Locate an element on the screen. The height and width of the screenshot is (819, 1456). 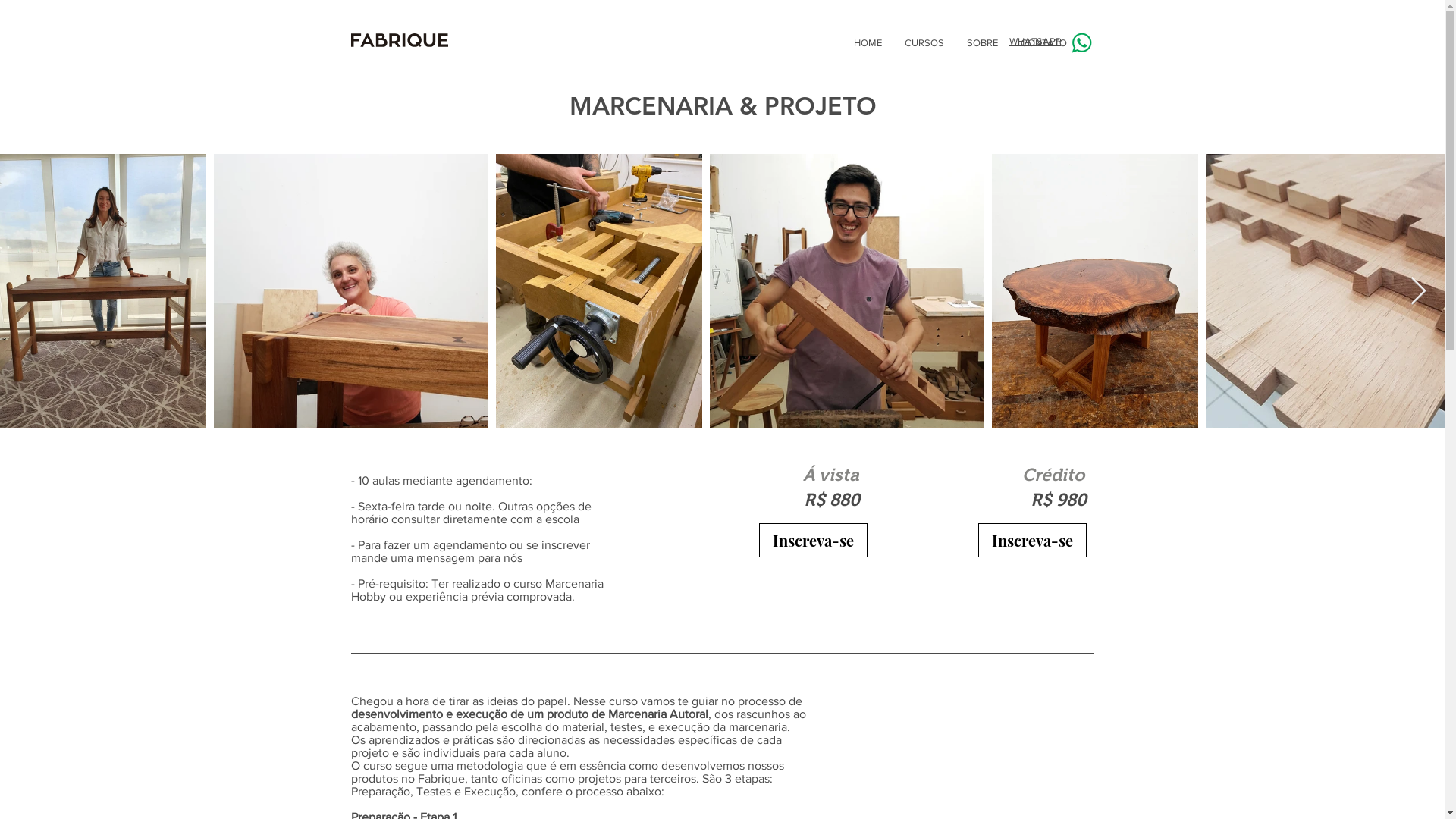
'Inscreva-se' is located at coordinates (1031, 539).